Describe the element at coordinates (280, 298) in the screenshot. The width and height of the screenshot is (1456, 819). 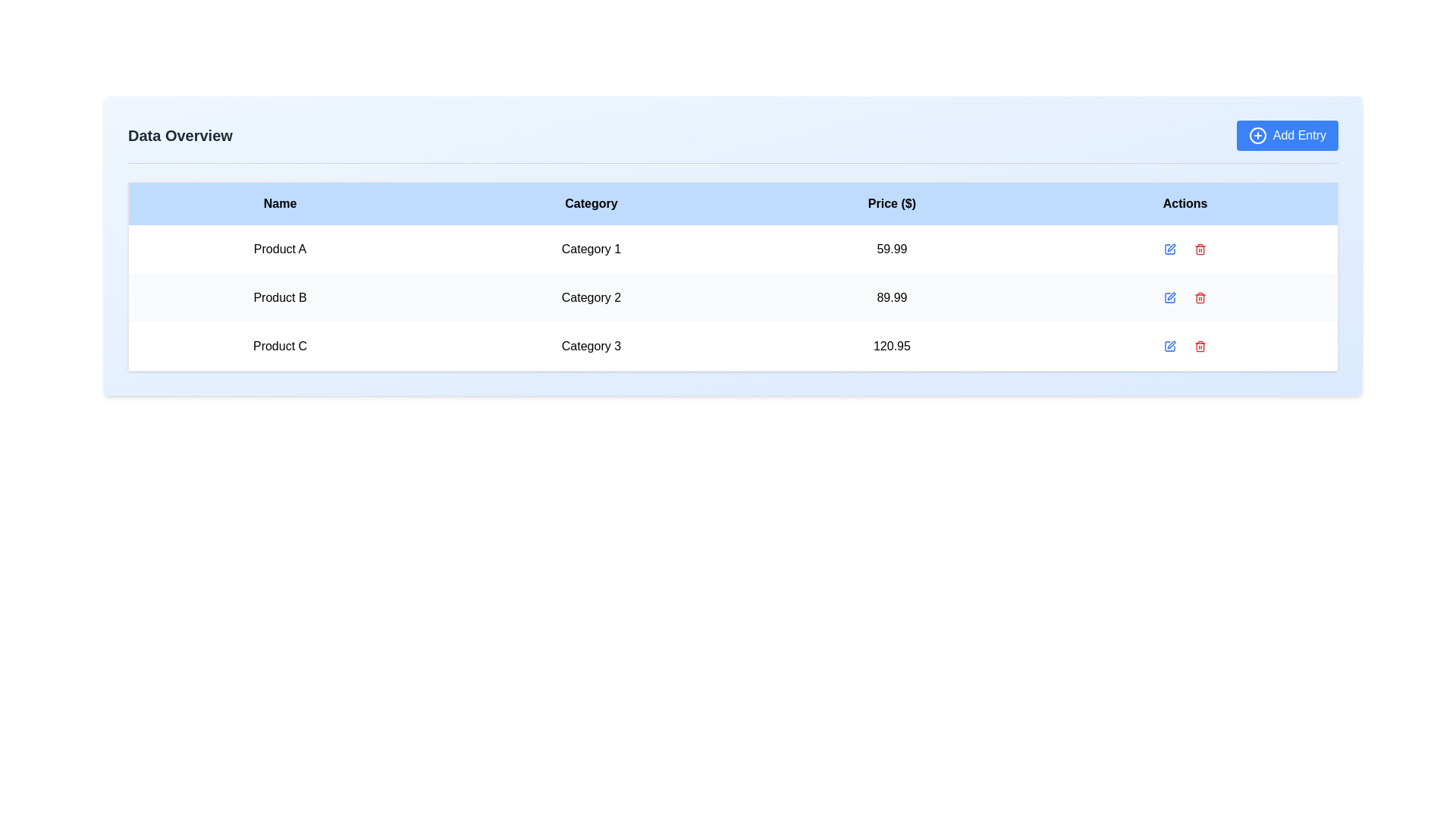
I see `the Text Label displaying the product name in the second row of the table, which is located in the 'Name' column` at that location.